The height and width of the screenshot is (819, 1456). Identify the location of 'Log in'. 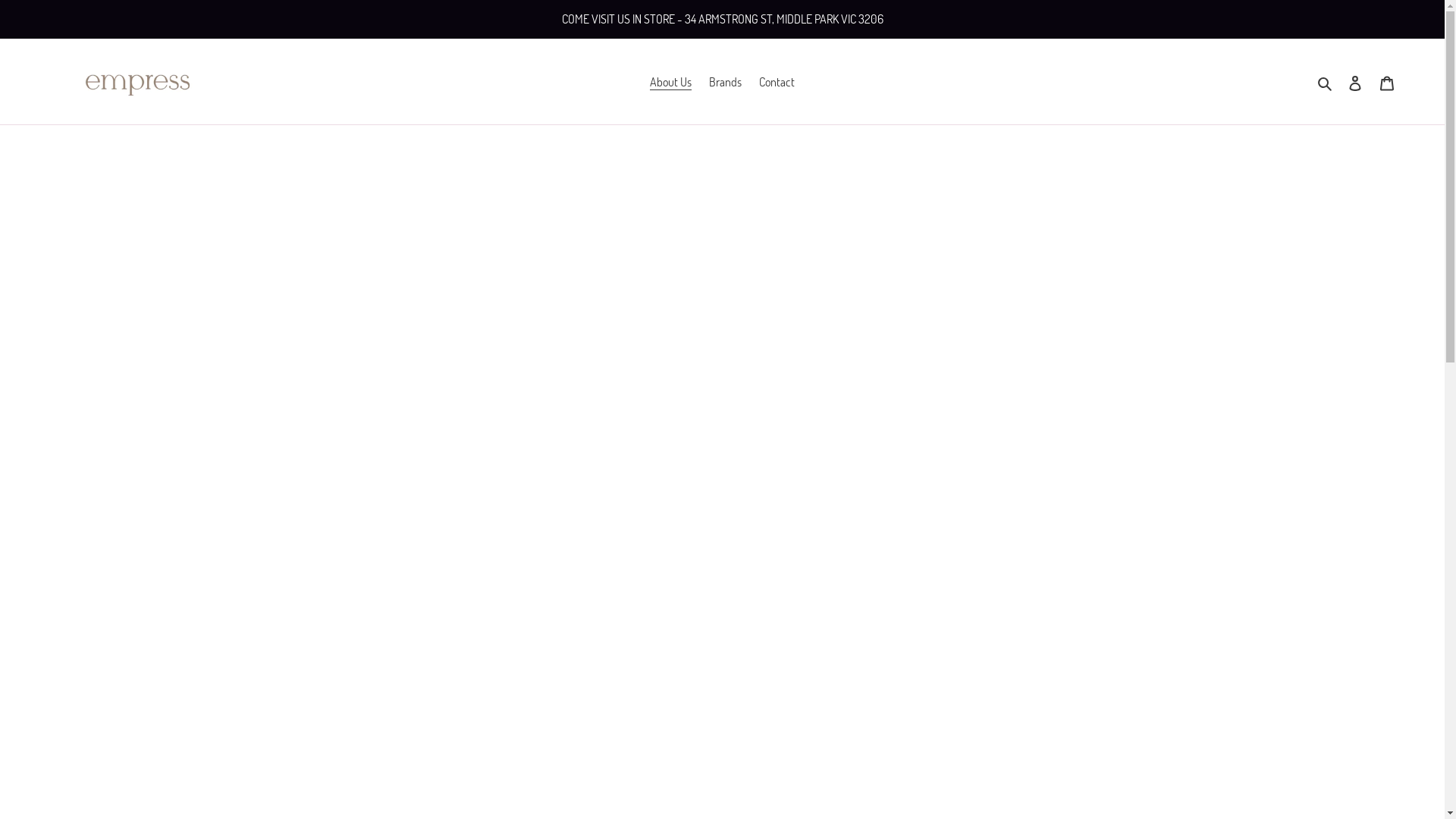
(1354, 82).